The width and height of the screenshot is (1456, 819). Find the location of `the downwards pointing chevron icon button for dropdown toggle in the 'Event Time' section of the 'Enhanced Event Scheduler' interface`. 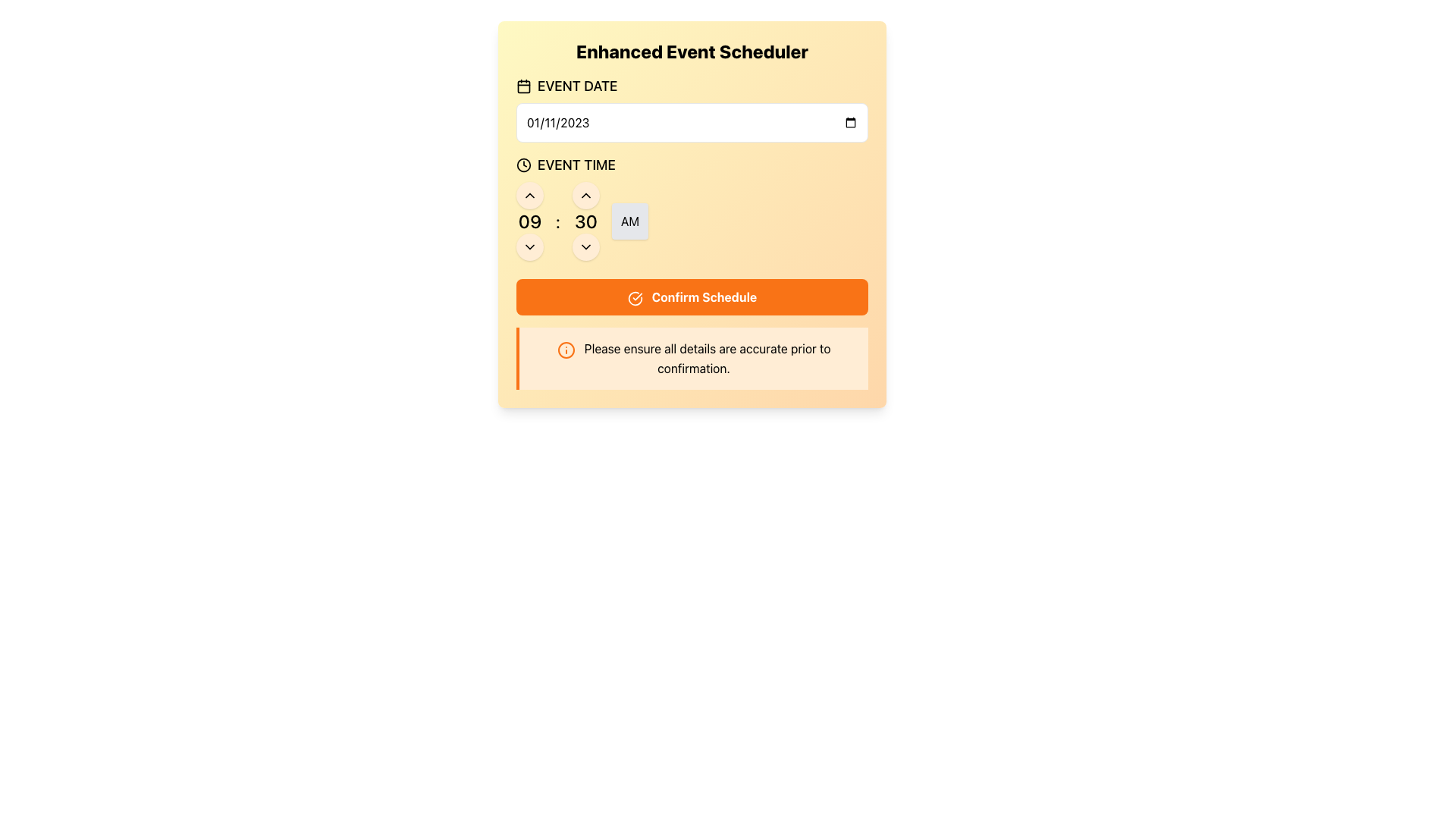

the downwards pointing chevron icon button for dropdown toggle in the 'Event Time' section of the 'Enhanced Event Scheduler' interface is located at coordinates (585, 246).